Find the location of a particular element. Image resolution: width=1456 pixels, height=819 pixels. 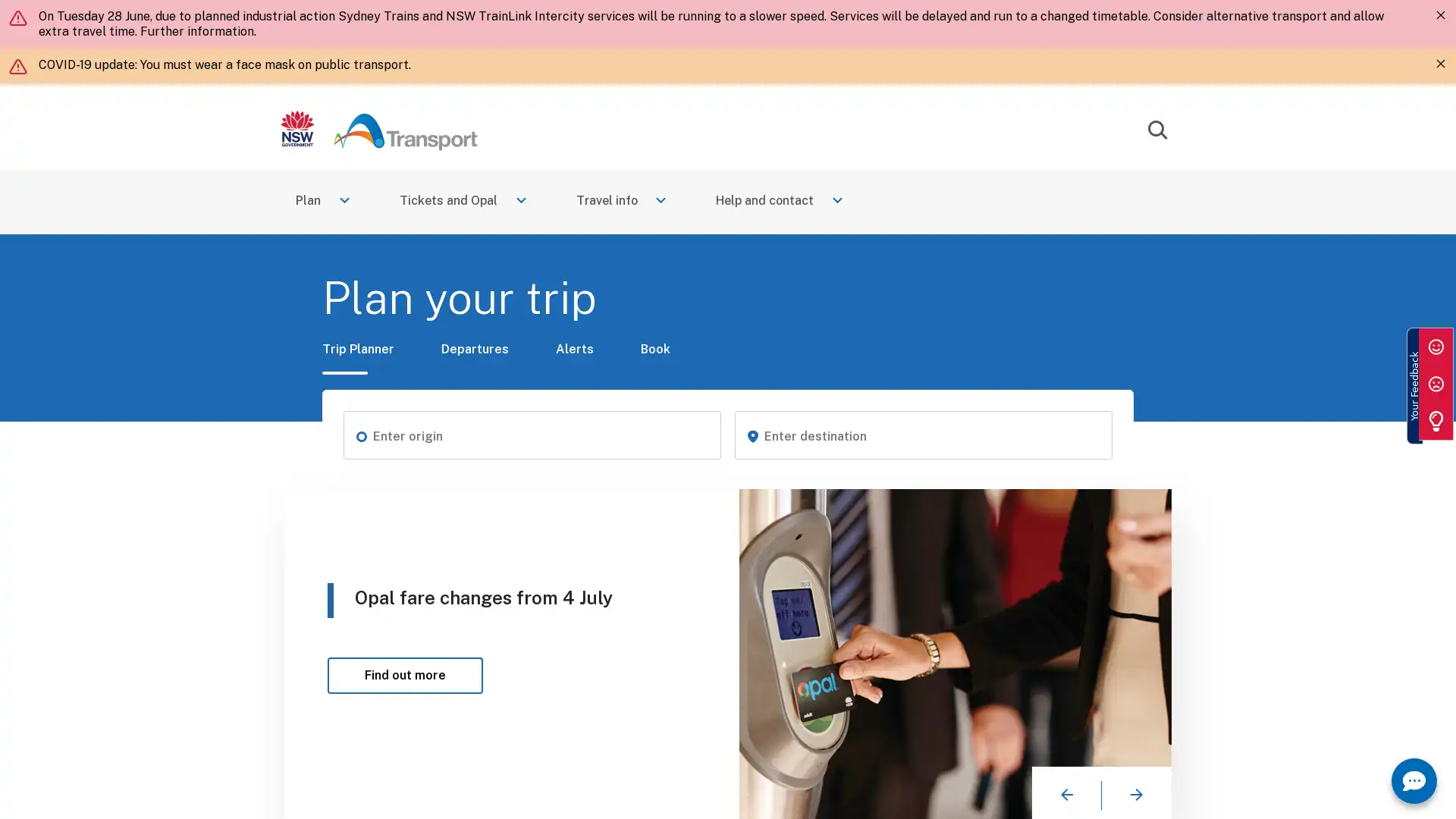

search for stops is located at coordinates (752, 435).